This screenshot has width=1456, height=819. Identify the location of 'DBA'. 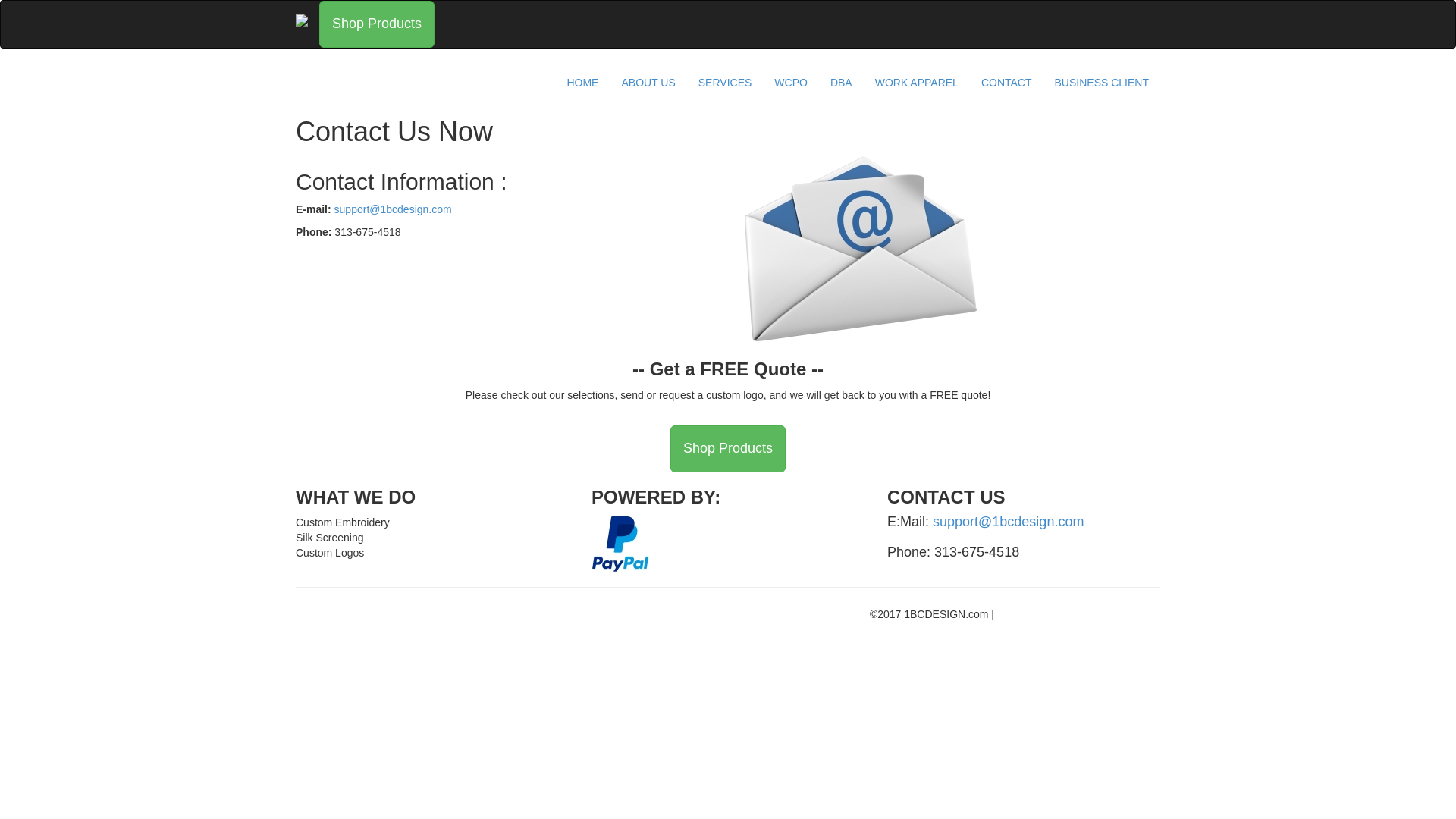
(840, 82).